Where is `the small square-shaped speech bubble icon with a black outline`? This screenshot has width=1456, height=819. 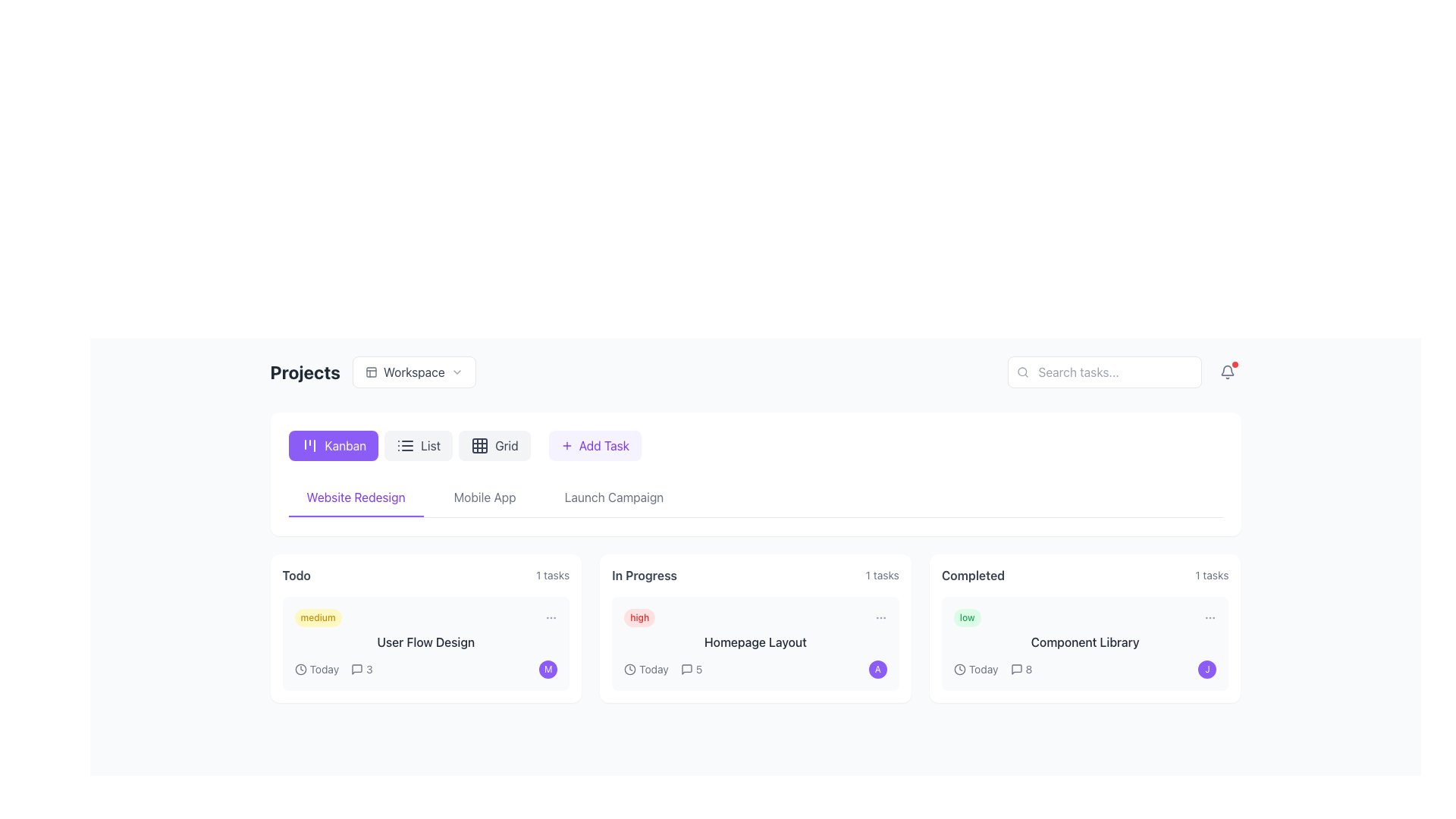
the small square-shaped speech bubble icon with a black outline is located at coordinates (686, 669).